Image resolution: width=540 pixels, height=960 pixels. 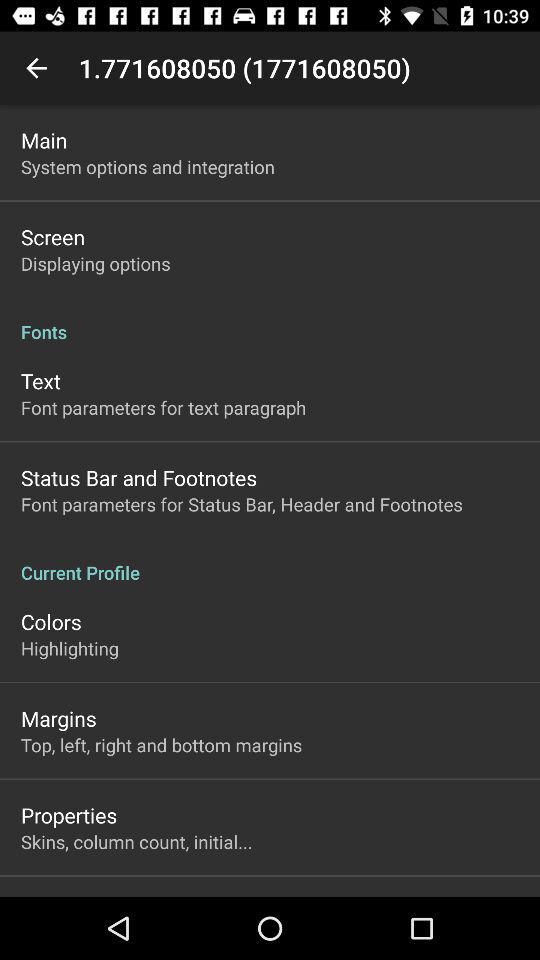 What do you see at coordinates (94, 262) in the screenshot?
I see `item above fonts` at bounding box center [94, 262].